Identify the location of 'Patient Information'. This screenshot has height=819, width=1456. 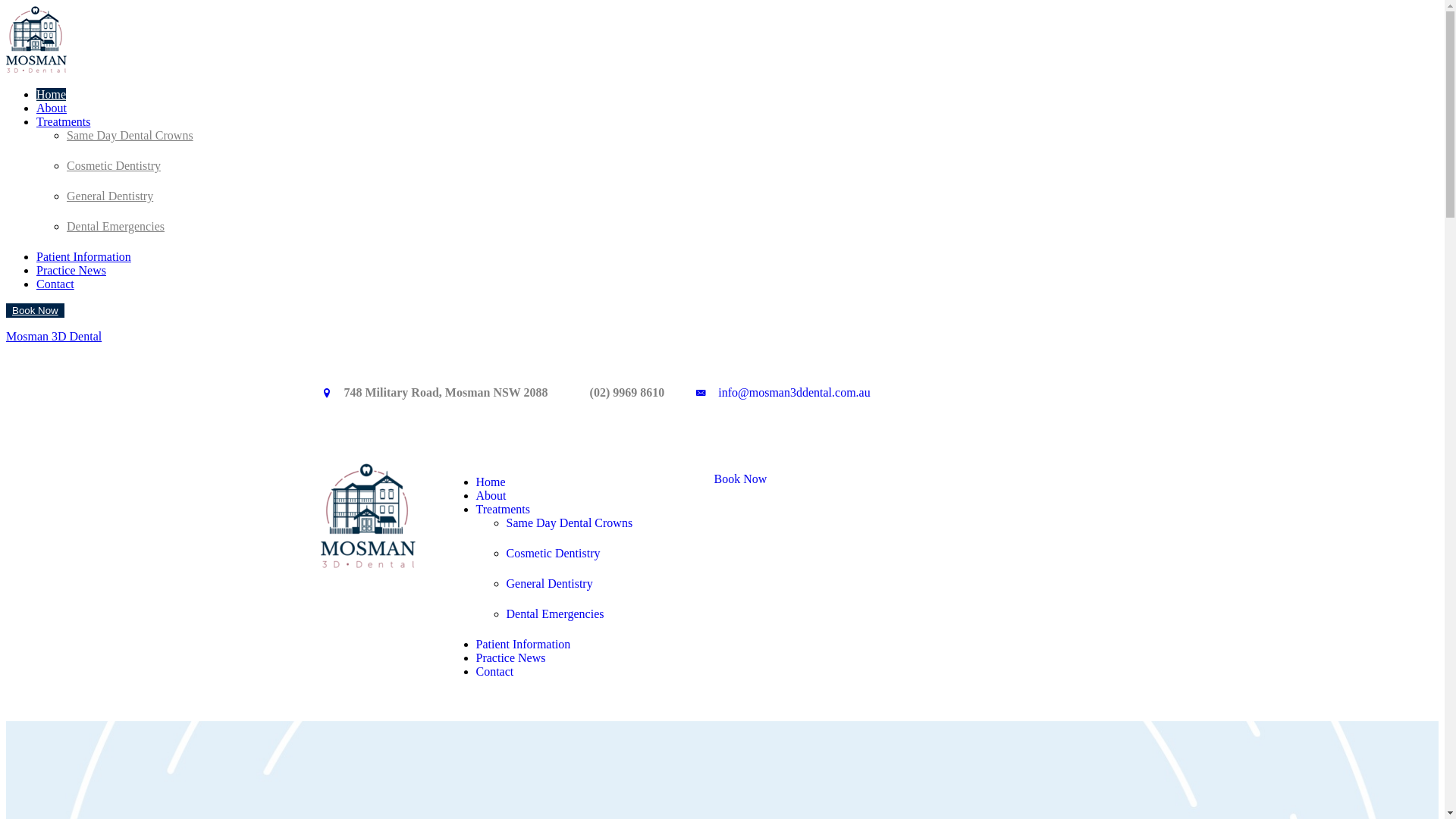
(83, 256).